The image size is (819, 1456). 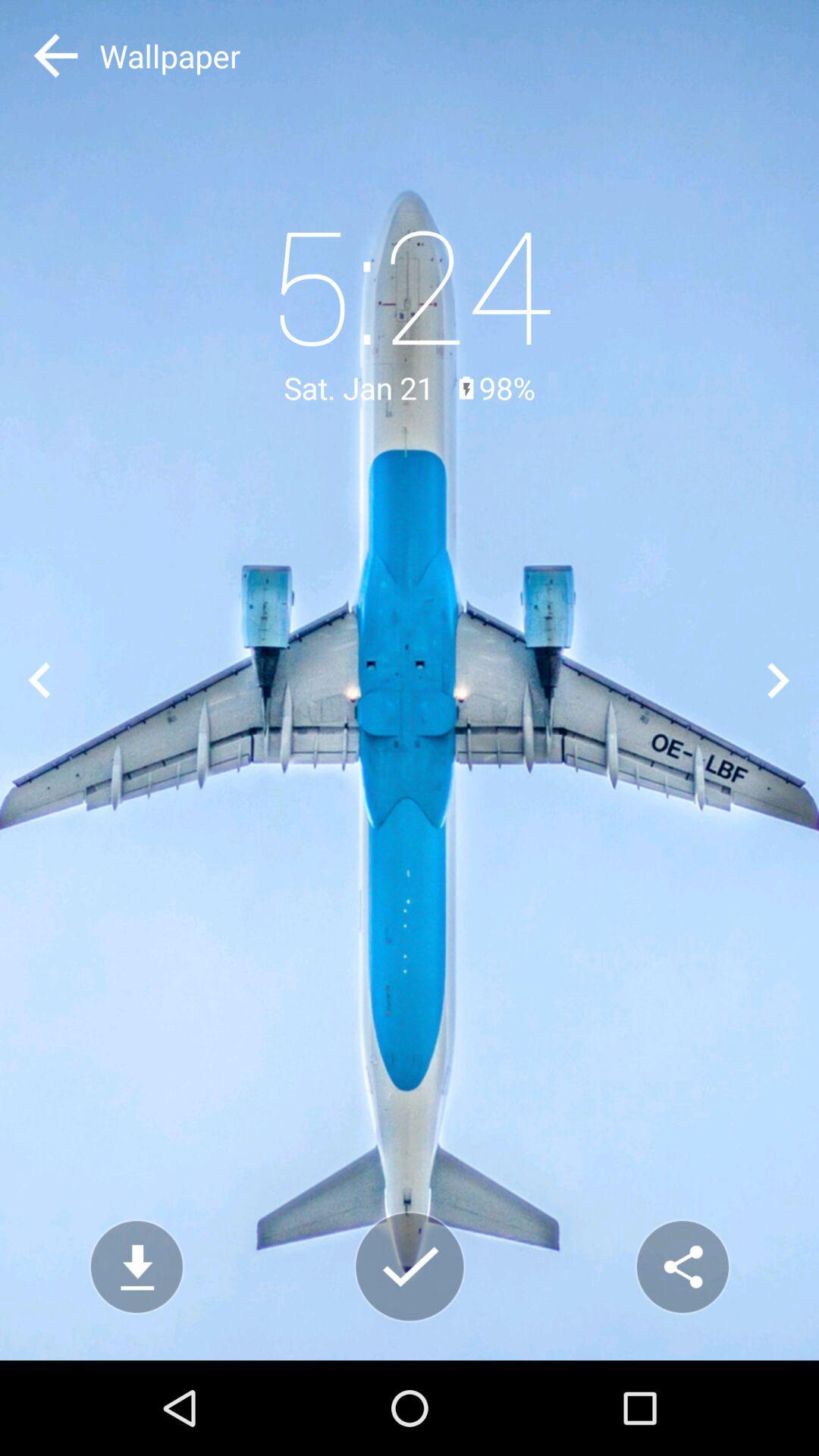 What do you see at coordinates (39, 679) in the screenshot?
I see `the arrow_backward icon` at bounding box center [39, 679].